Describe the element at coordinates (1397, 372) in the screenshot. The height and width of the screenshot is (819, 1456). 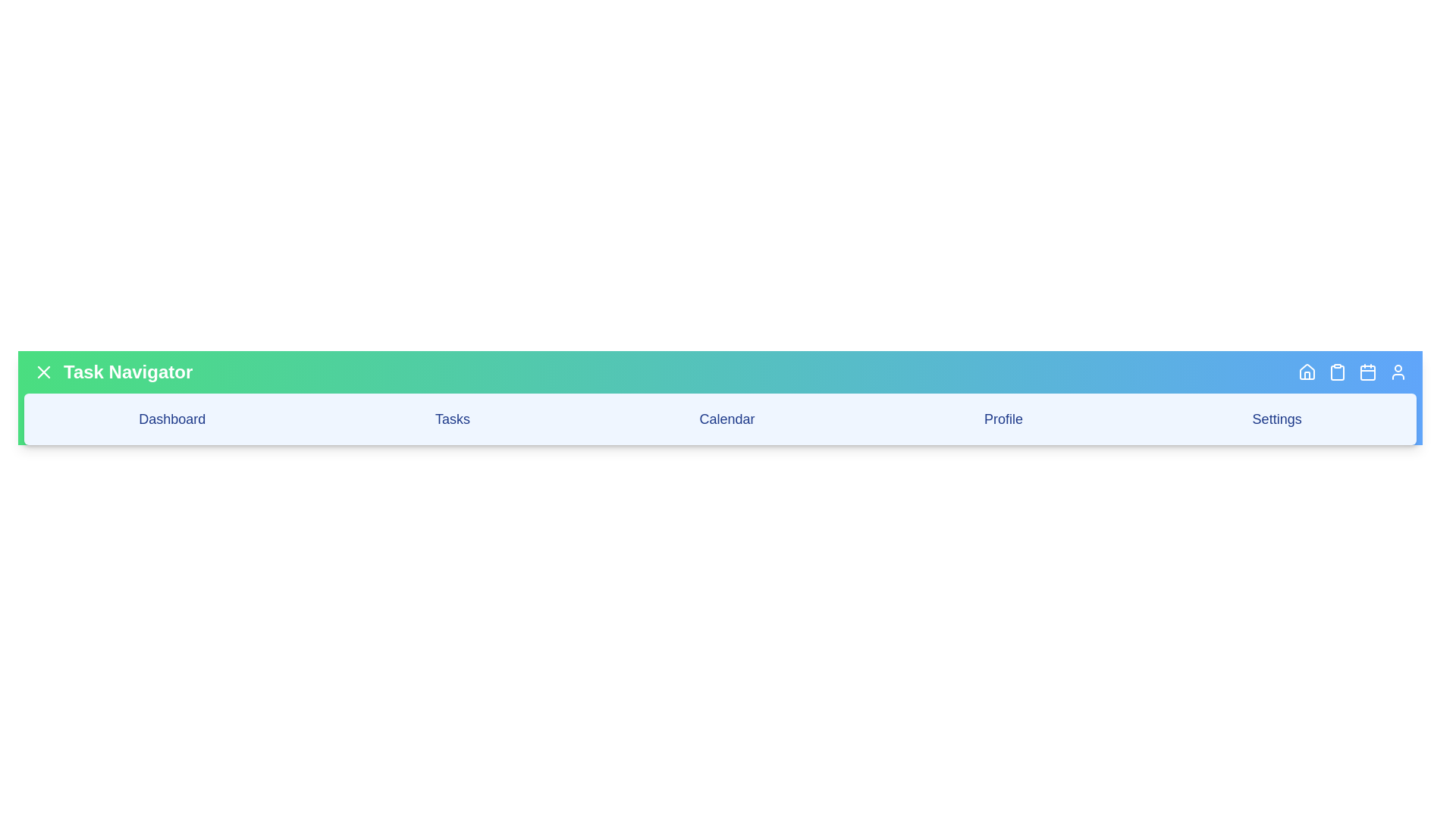
I see `the 'User' button in the app bar` at that location.